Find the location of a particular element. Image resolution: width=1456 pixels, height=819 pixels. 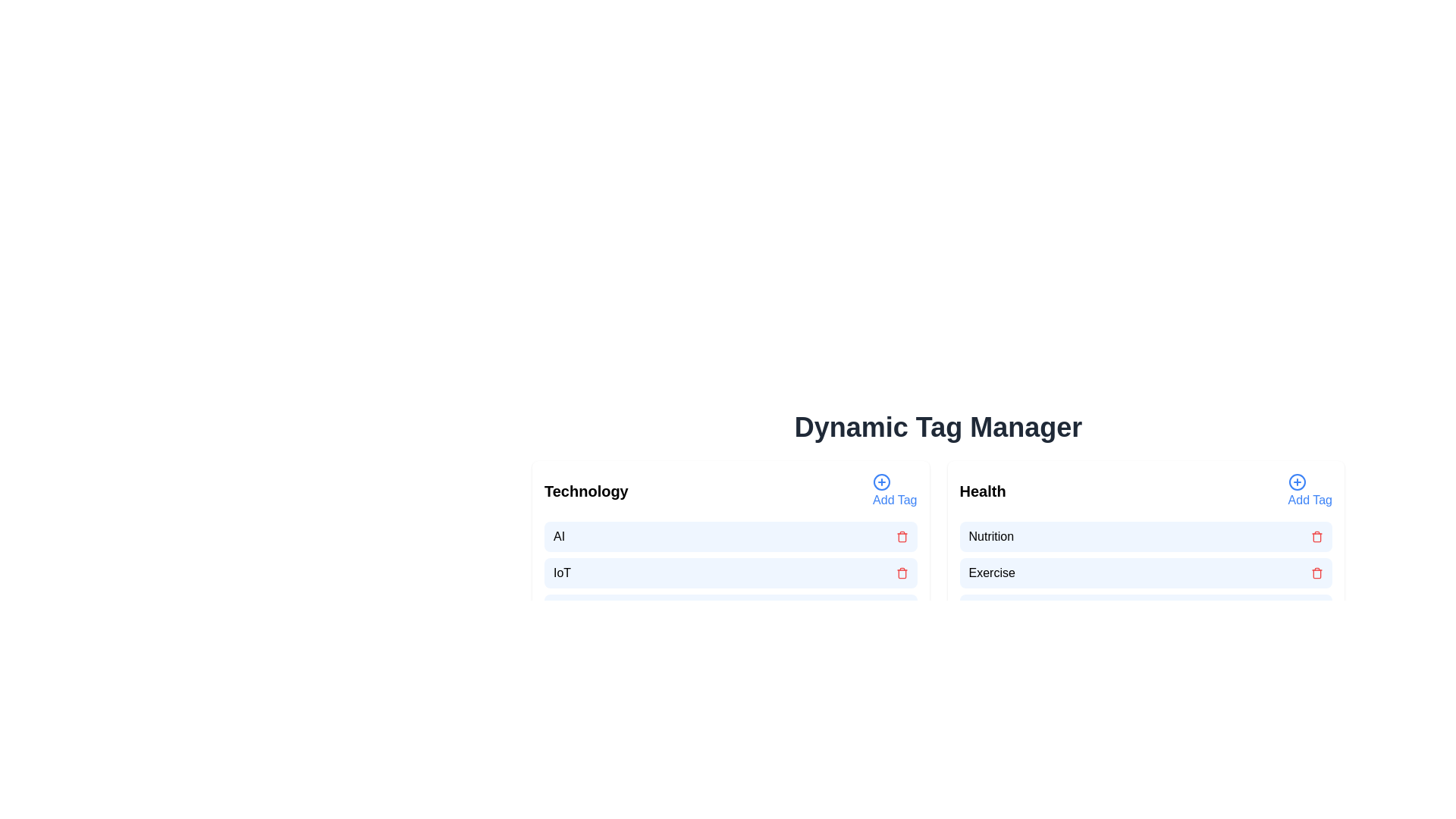

the button labeled 'Add Tag' located in the 'Technology' section is located at coordinates (882, 482).